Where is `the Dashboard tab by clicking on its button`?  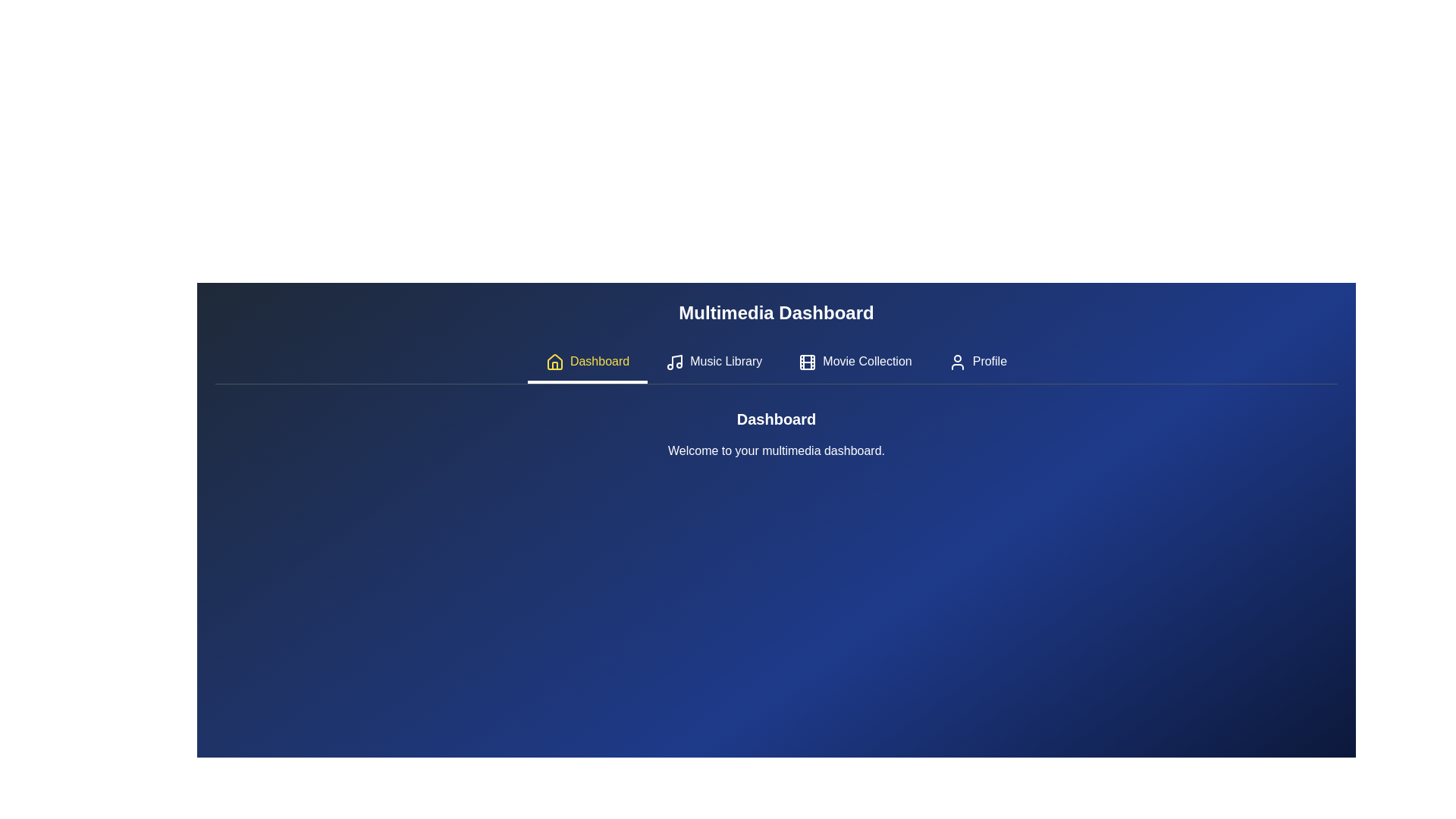 the Dashboard tab by clicking on its button is located at coordinates (587, 363).